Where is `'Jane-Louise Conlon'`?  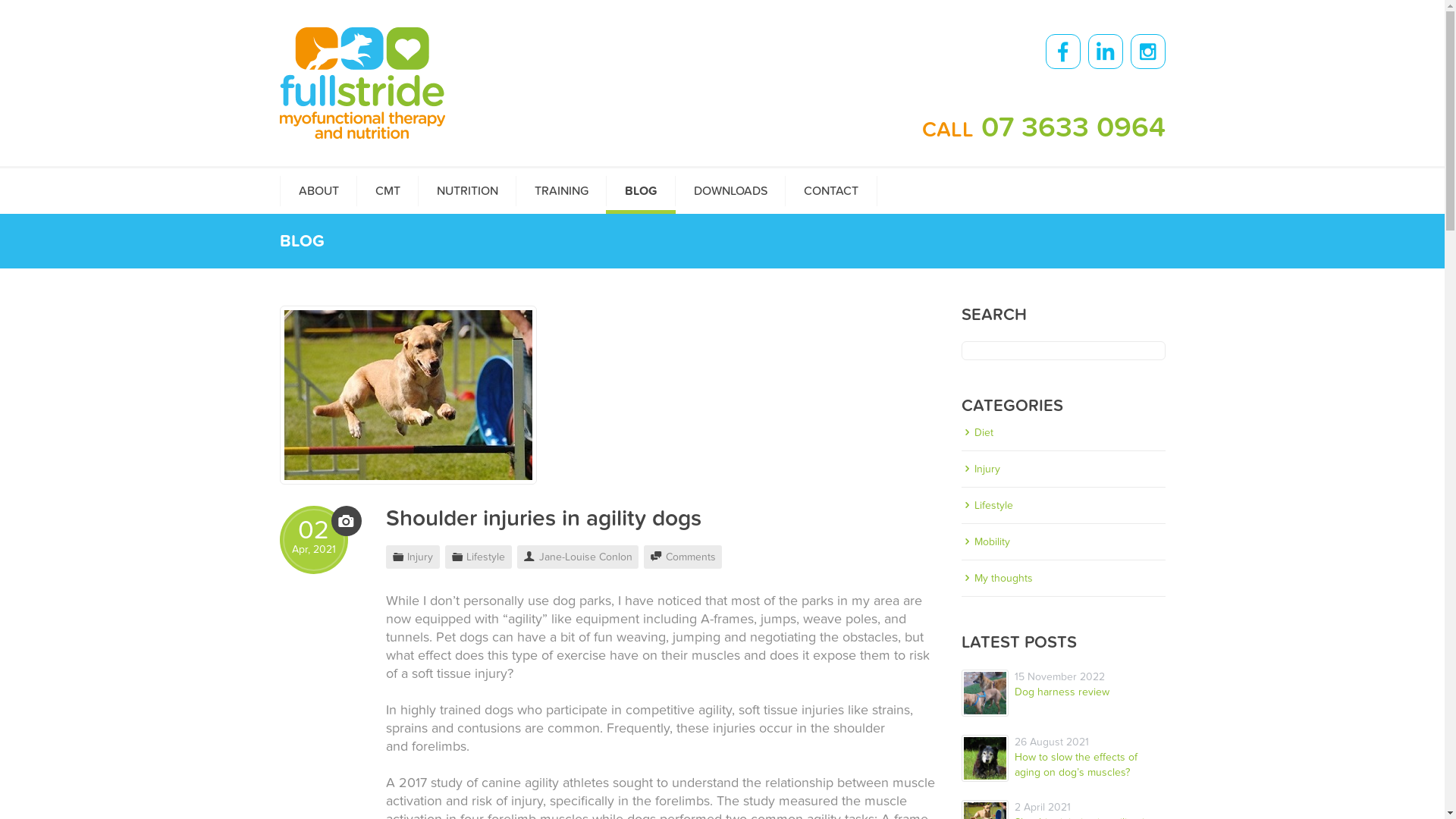 'Jane-Louise Conlon' is located at coordinates (585, 557).